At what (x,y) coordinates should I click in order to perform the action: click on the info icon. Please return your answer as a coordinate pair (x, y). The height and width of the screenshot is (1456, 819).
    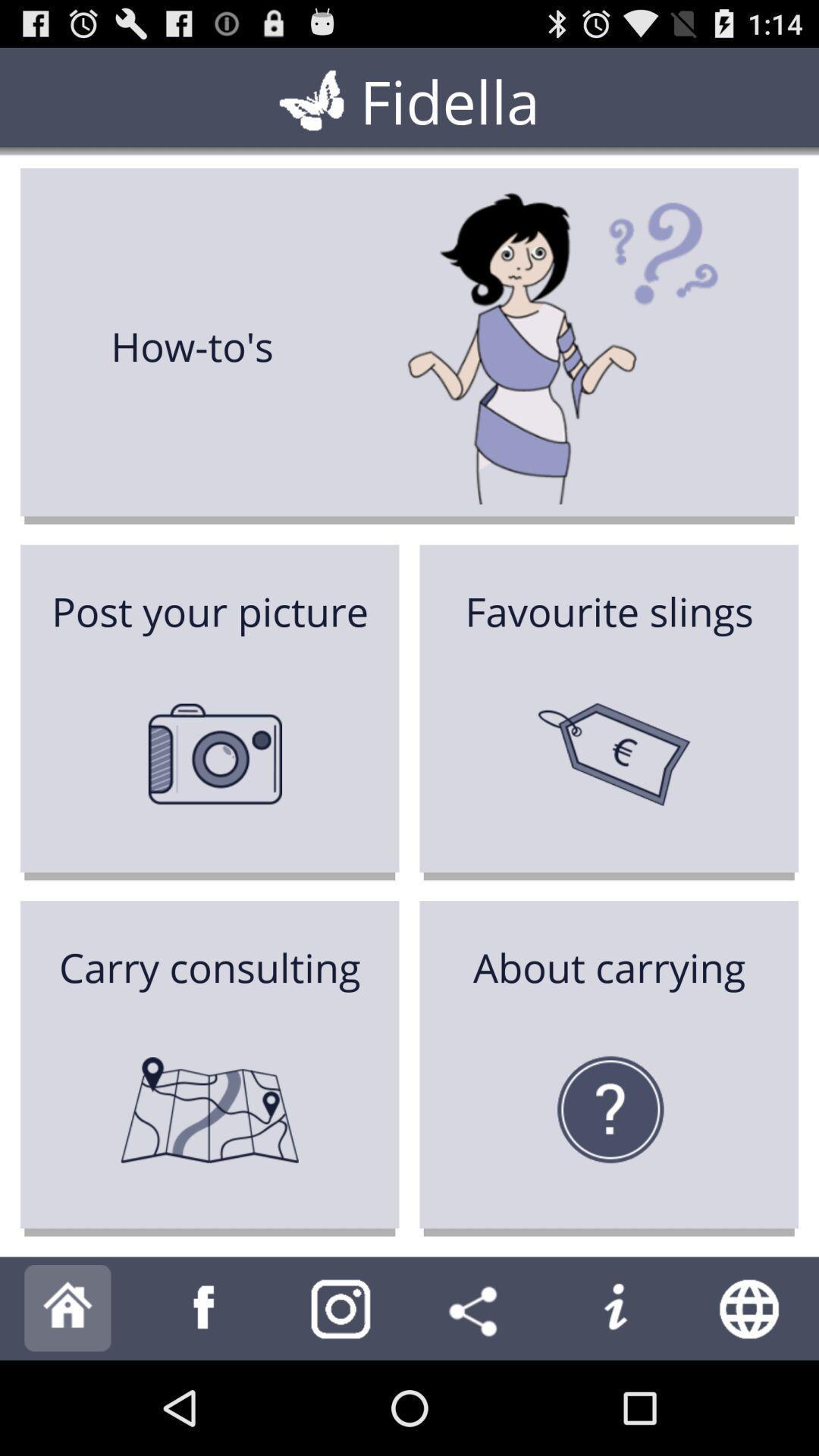
    Looking at the image, I should click on (614, 1400).